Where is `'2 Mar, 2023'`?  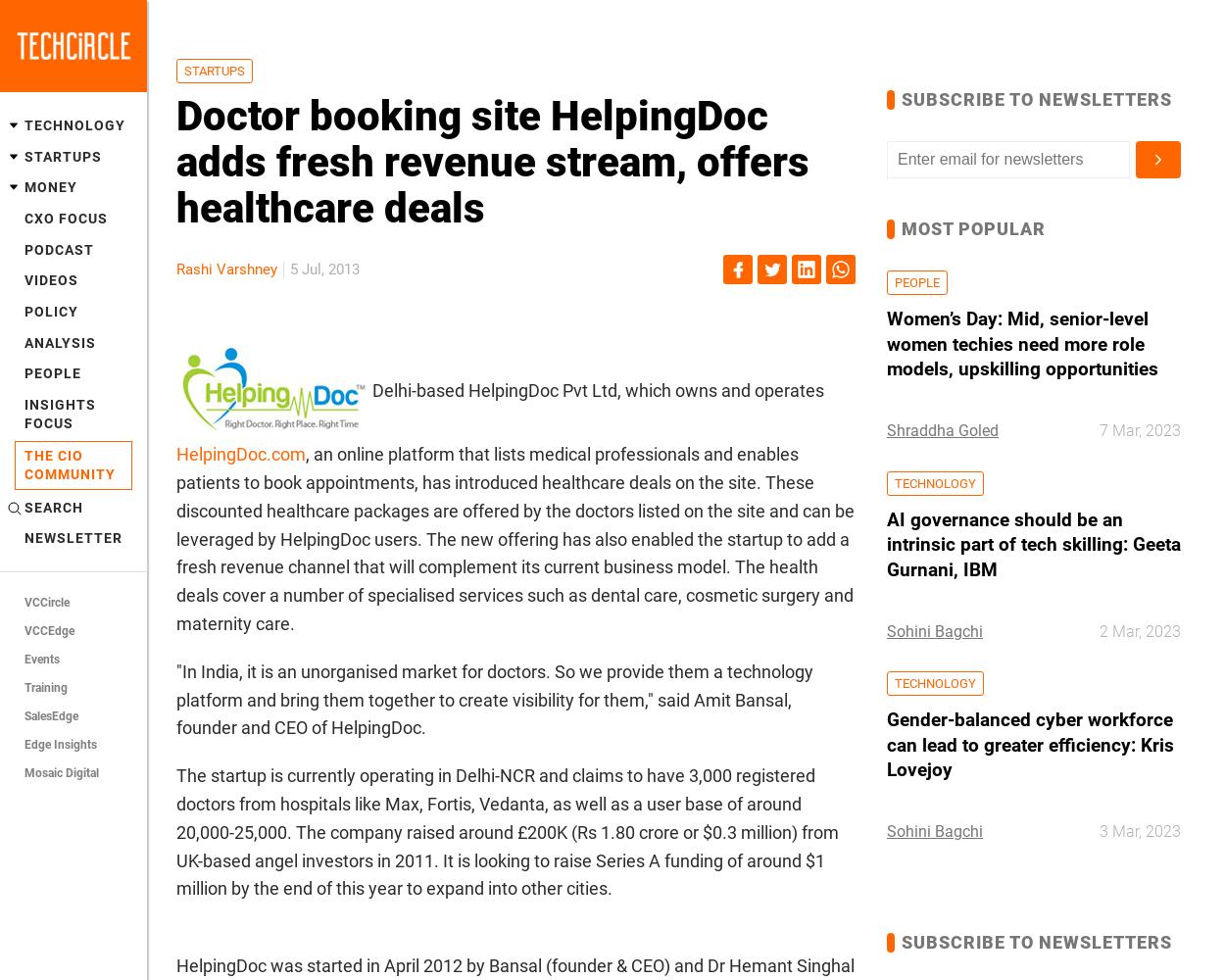
'2 Mar, 2023' is located at coordinates (1140, 630).